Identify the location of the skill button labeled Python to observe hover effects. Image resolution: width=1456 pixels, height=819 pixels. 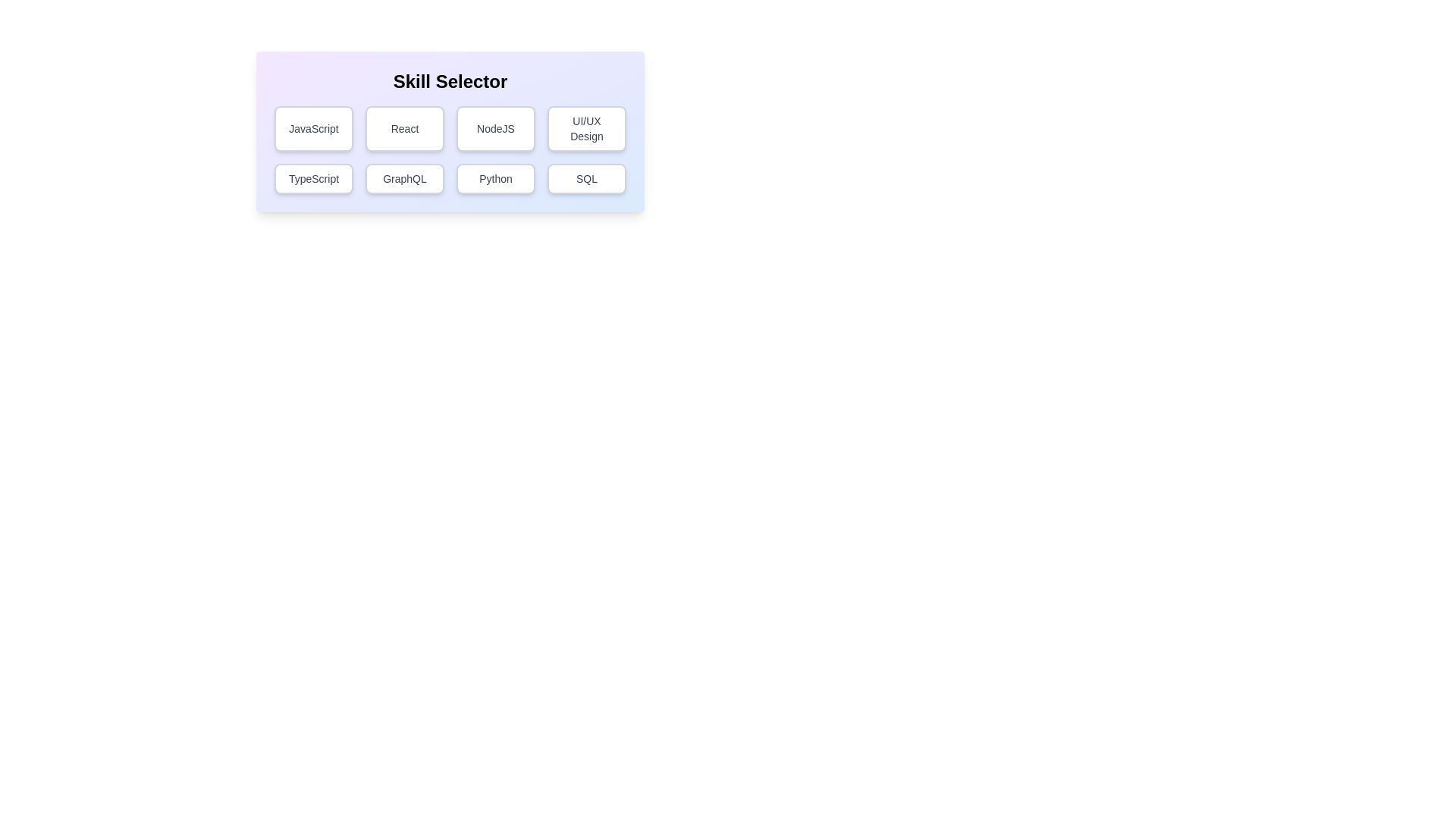
(495, 177).